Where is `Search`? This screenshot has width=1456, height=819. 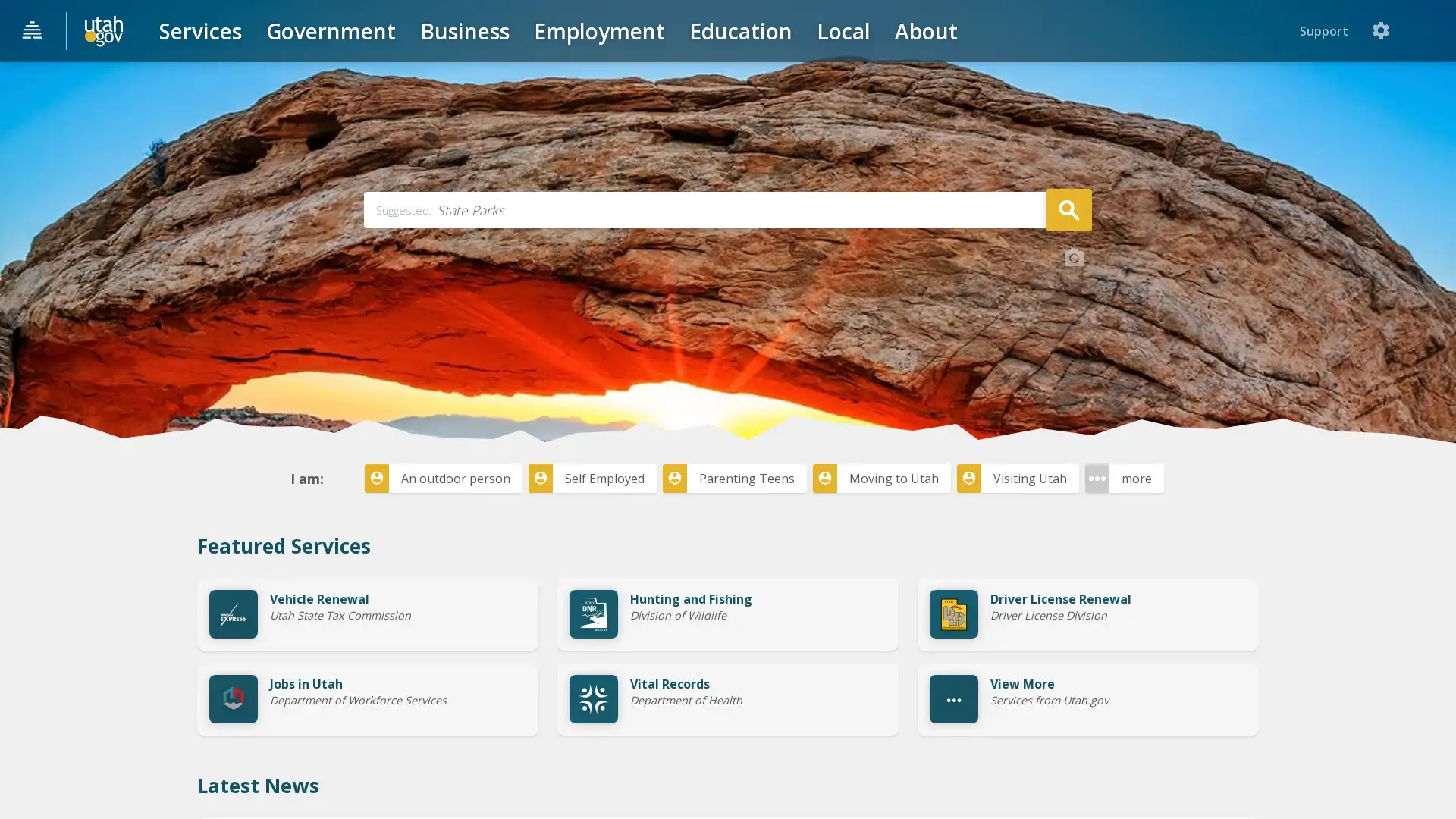 Search is located at coordinates (1068, 321).